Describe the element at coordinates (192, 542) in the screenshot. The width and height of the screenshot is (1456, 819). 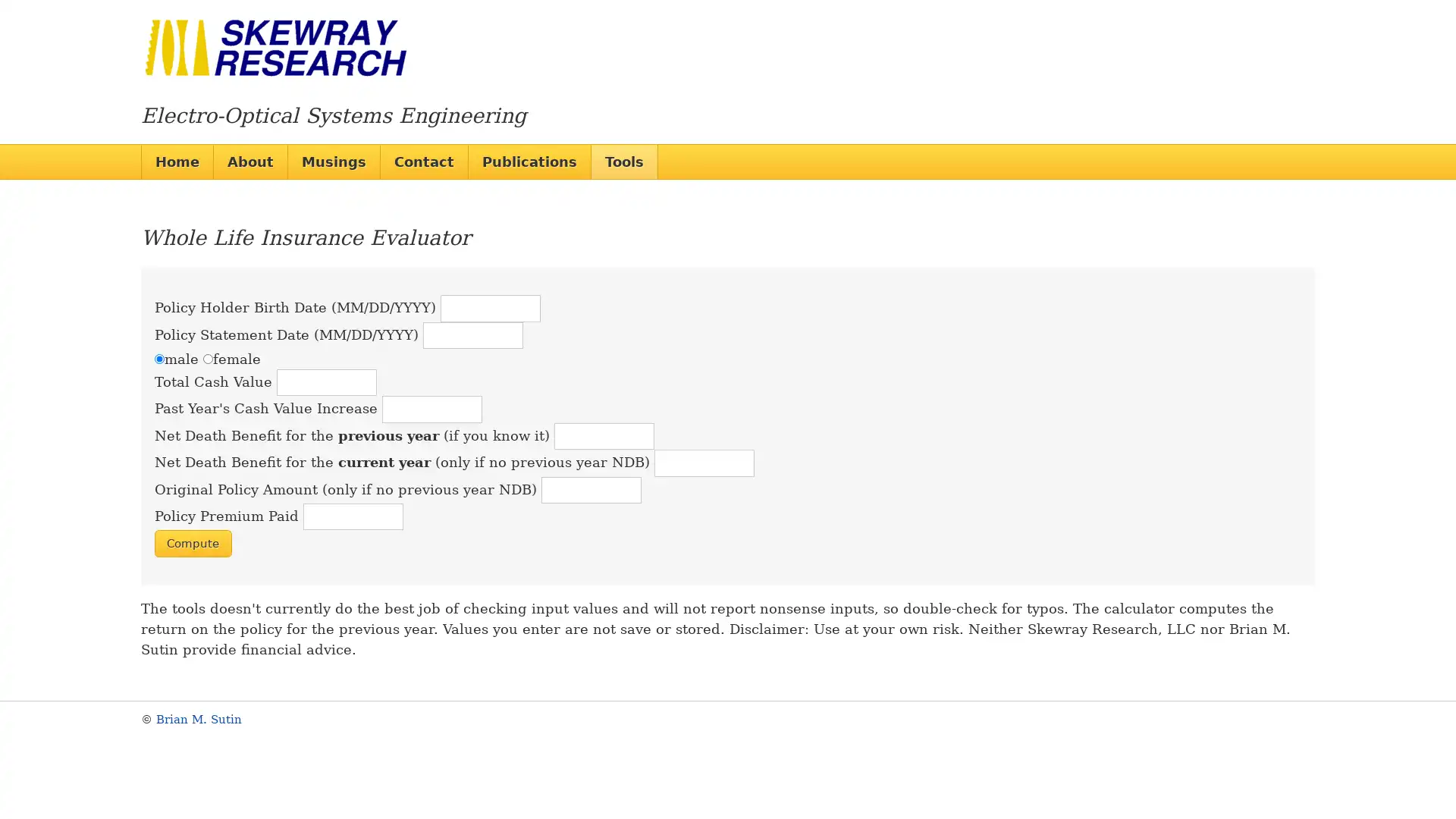
I see `Compute` at that location.